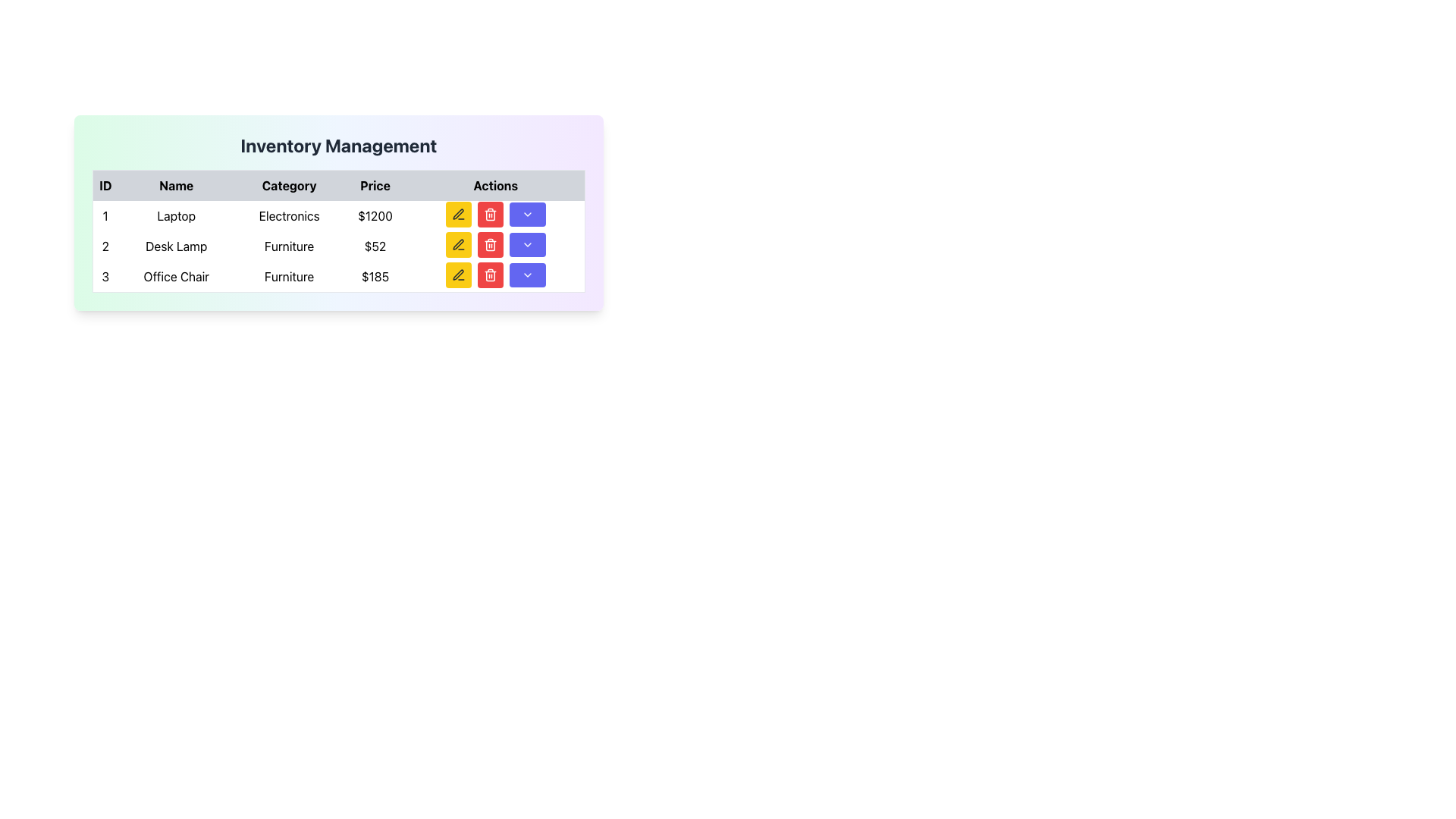  I want to click on text 'ID' from the first Table Header Cell in the header row of the table, which is styled in bold and has a light grey background, so click(105, 184).